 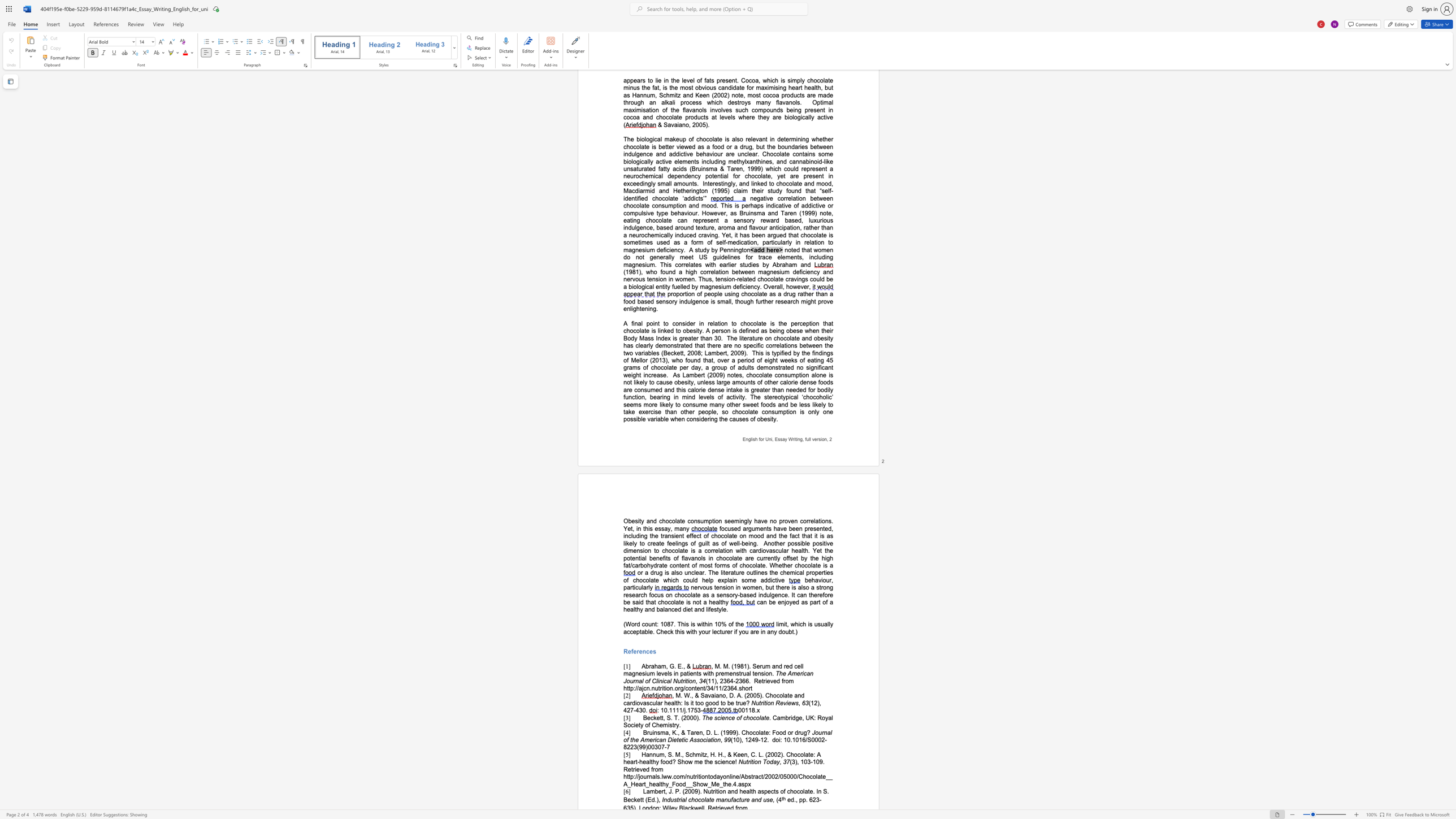 I want to click on the subset text "man" within the text "no proven correlations. Yet, in this essay, many", so click(x=674, y=528).